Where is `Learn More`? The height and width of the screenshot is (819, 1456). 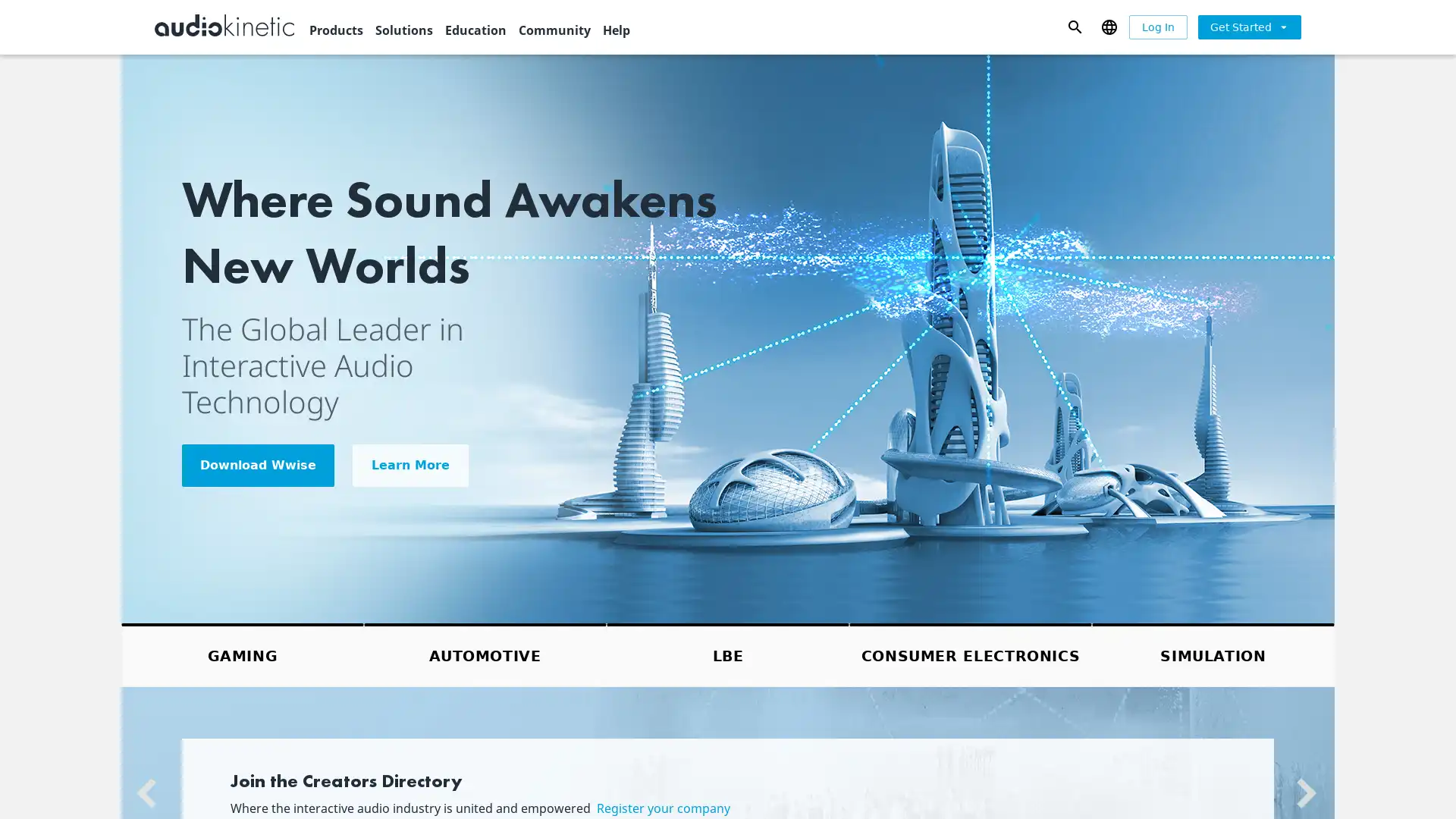
Learn More is located at coordinates (410, 464).